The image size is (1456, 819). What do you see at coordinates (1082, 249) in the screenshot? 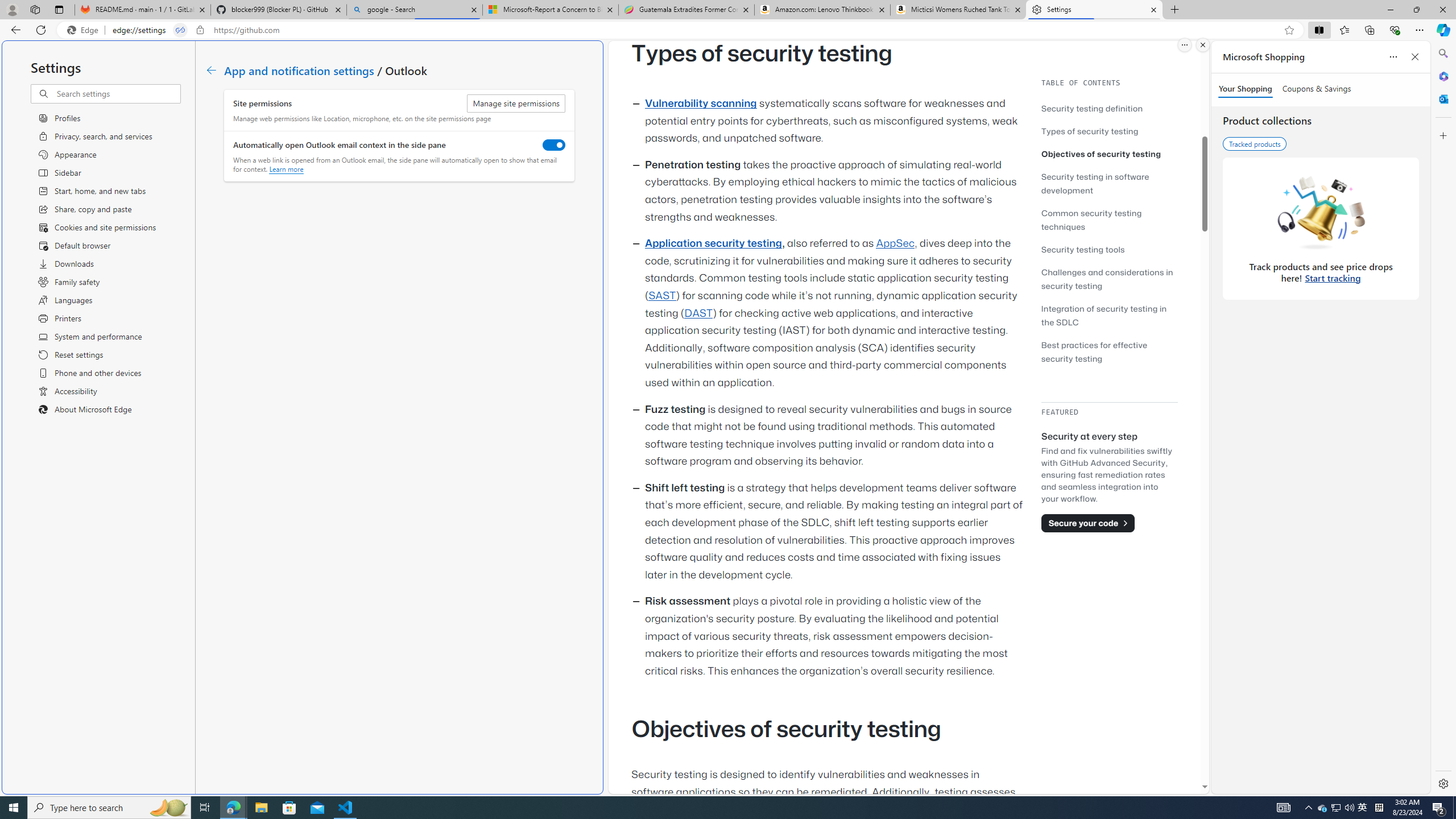
I see `'Security testing tools'` at bounding box center [1082, 249].